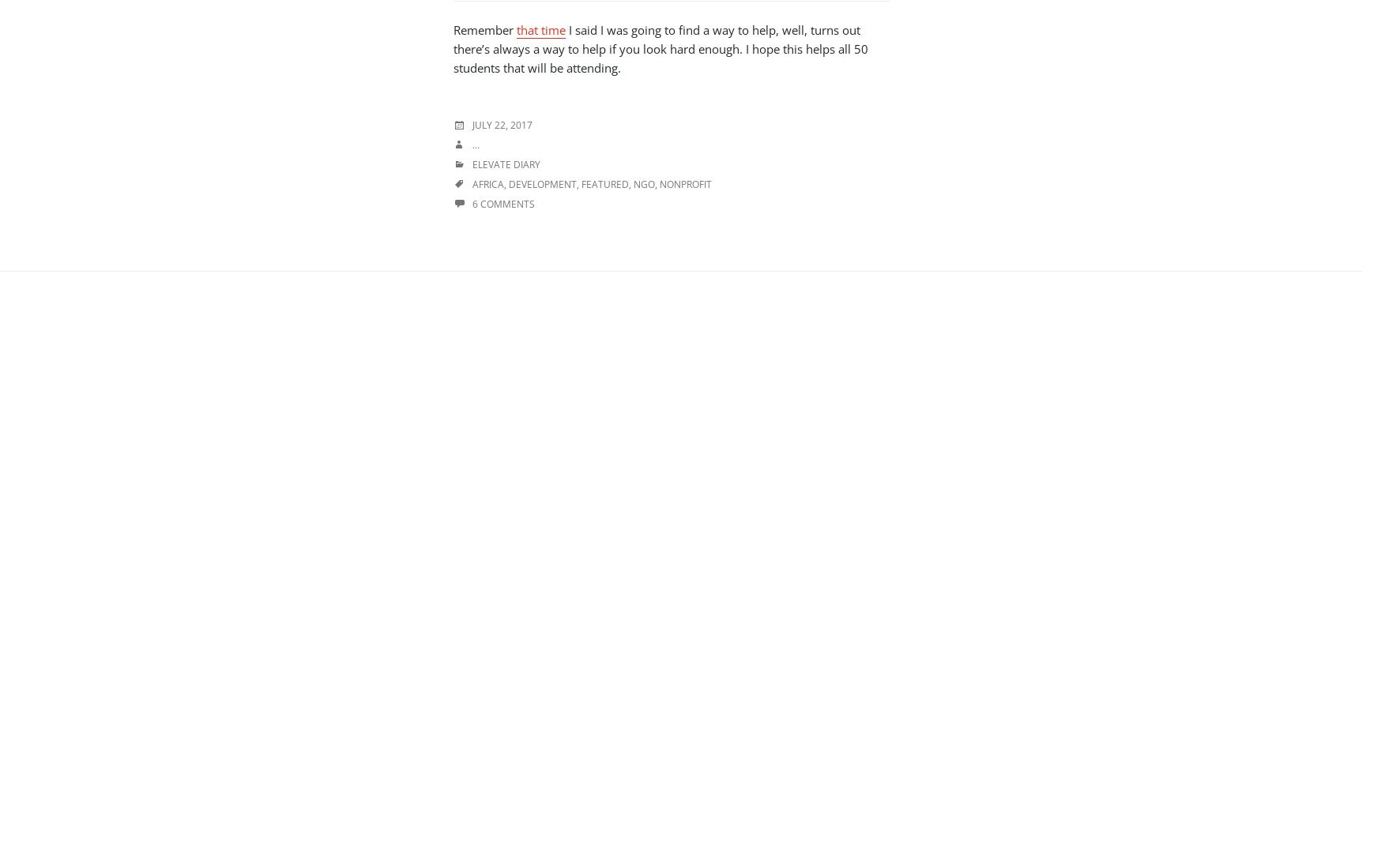 The width and height of the screenshot is (1400, 841). Describe the element at coordinates (542, 183) in the screenshot. I see `'Development'` at that location.